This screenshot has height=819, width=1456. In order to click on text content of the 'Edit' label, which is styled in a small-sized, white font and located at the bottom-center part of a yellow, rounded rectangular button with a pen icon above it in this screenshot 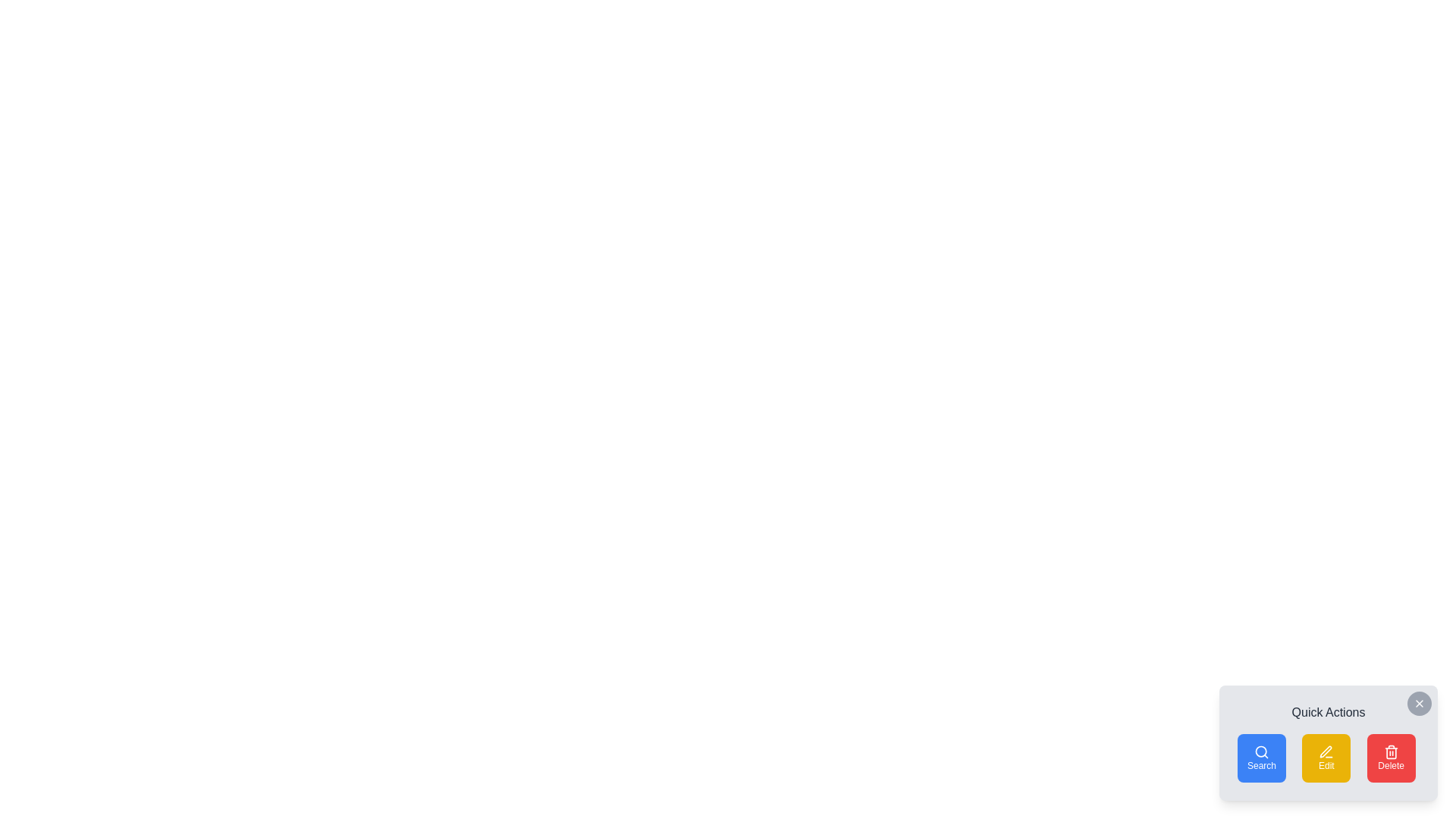, I will do `click(1326, 766)`.